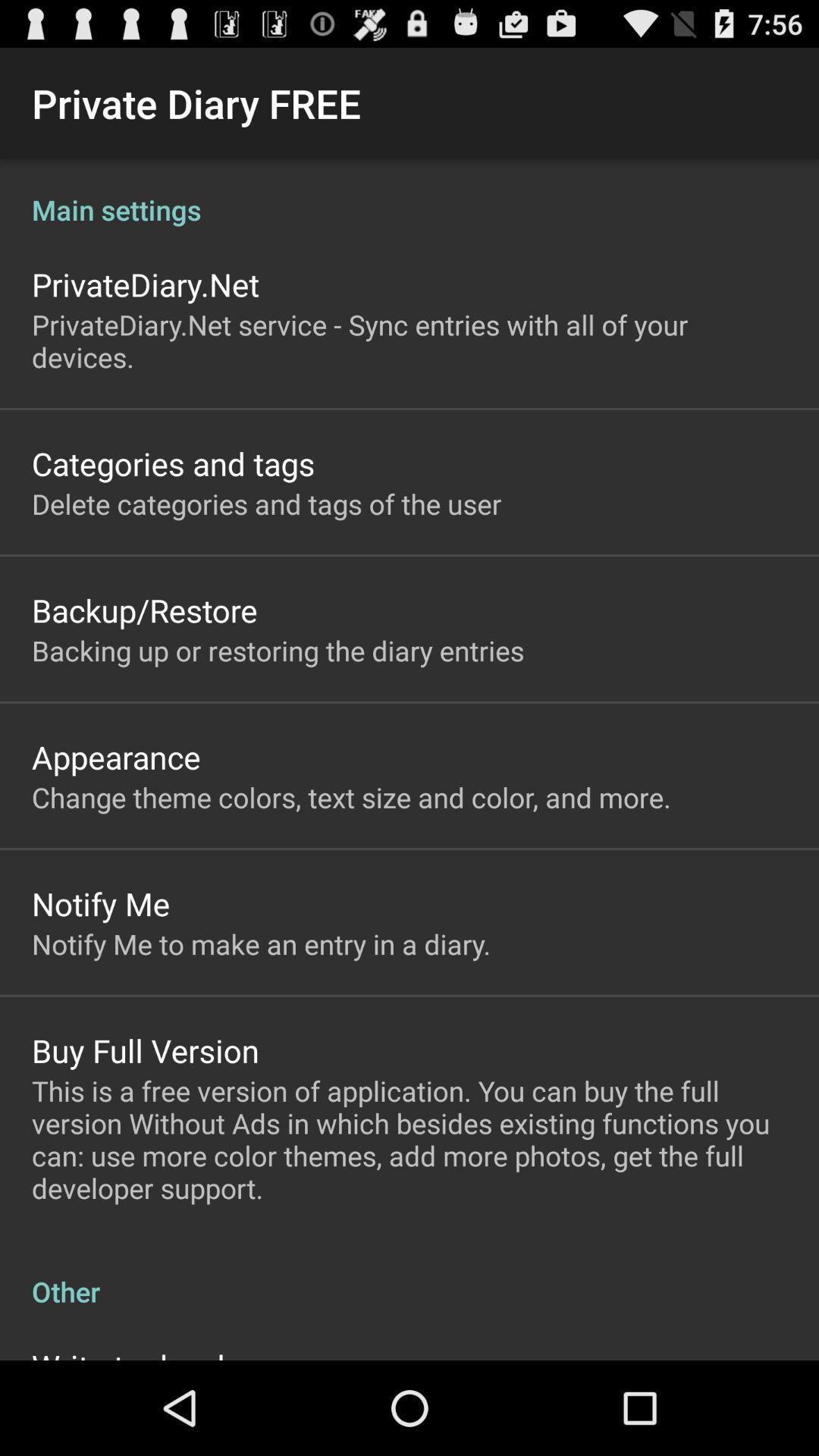 The image size is (819, 1456). I want to click on the change theme colors item, so click(351, 796).